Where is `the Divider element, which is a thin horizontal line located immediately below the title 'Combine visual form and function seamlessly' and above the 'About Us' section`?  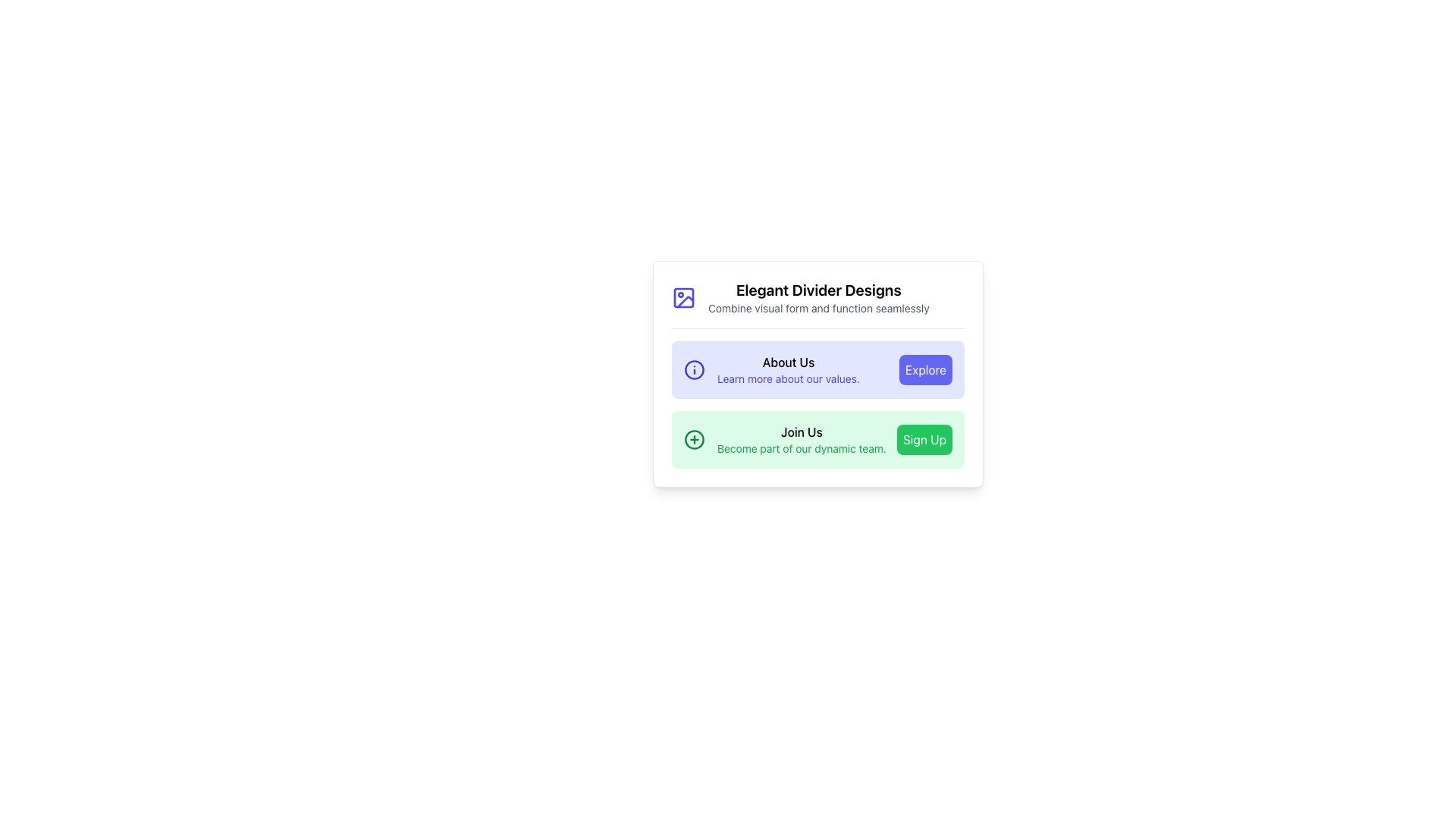
the Divider element, which is a thin horizontal line located immediately below the title 'Combine visual form and function seamlessly' and above the 'About Us' section is located at coordinates (817, 327).